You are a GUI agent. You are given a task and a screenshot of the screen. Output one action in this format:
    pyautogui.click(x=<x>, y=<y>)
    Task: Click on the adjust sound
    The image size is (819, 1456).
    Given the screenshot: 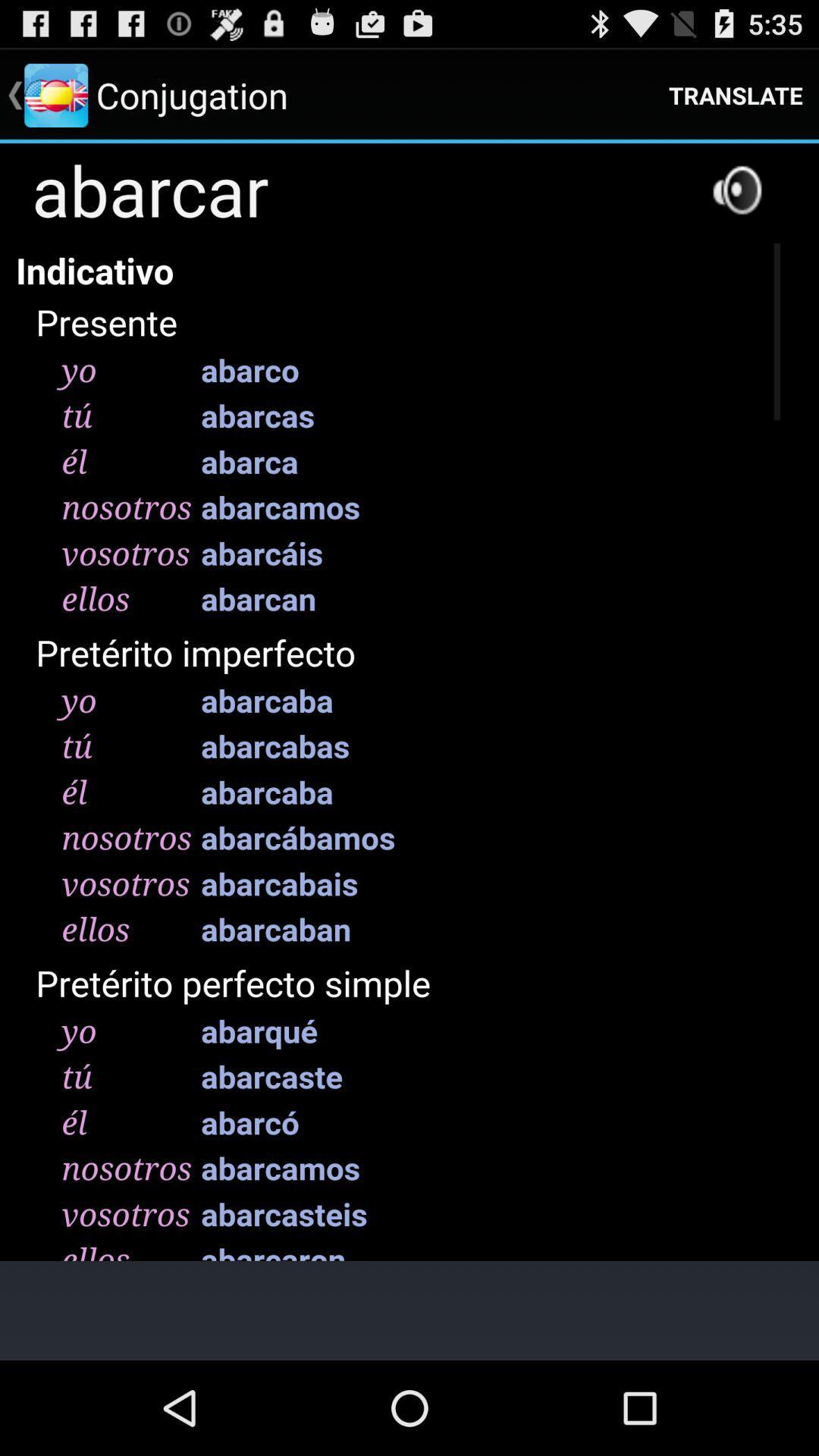 What is the action you would take?
    pyautogui.click(x=736, y=189)
    